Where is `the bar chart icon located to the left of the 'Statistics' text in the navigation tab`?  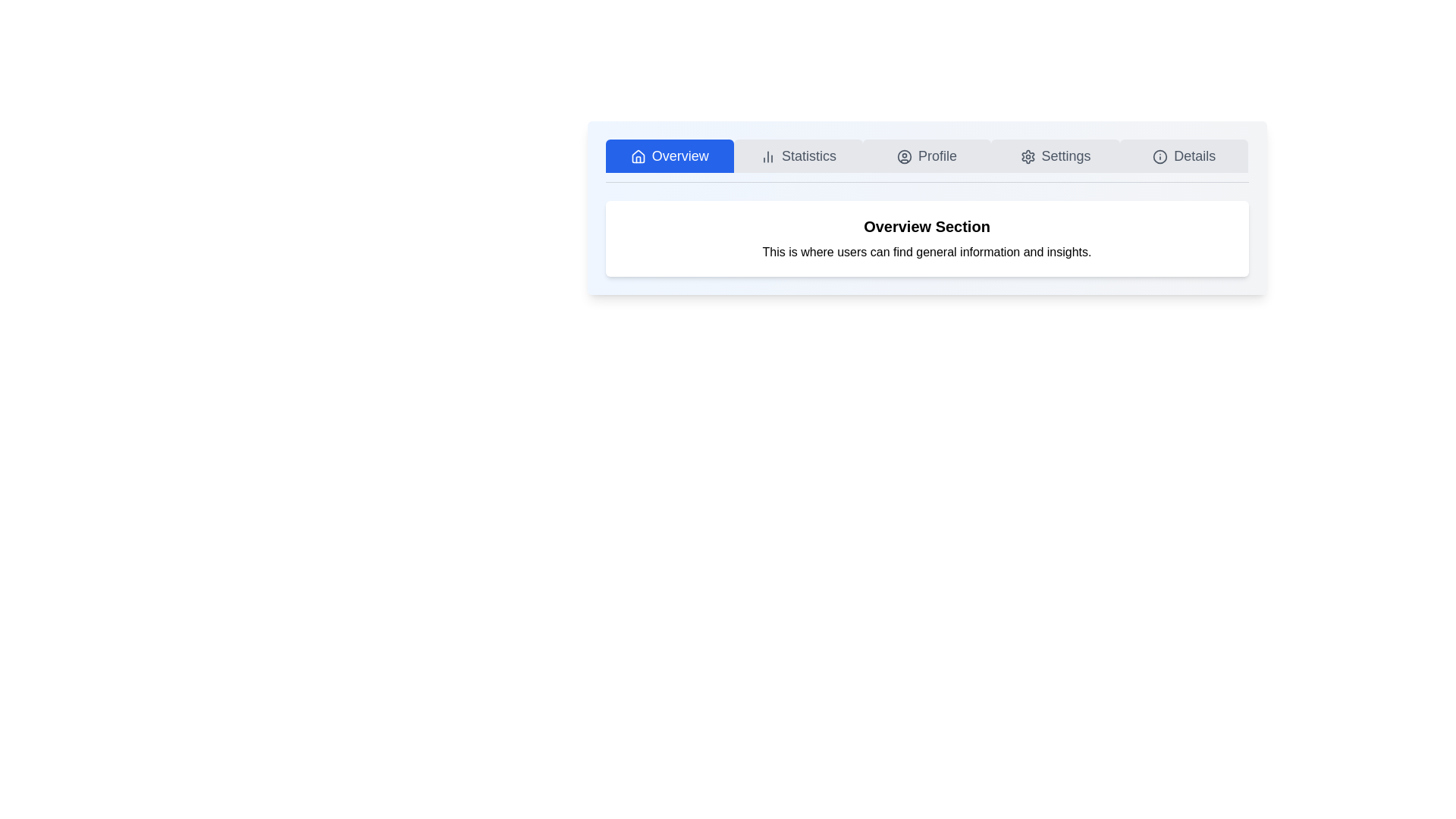 the bar chart icon located to the left of the 'Statistics' text in the navigation tab is located at coordinates (767, 157).